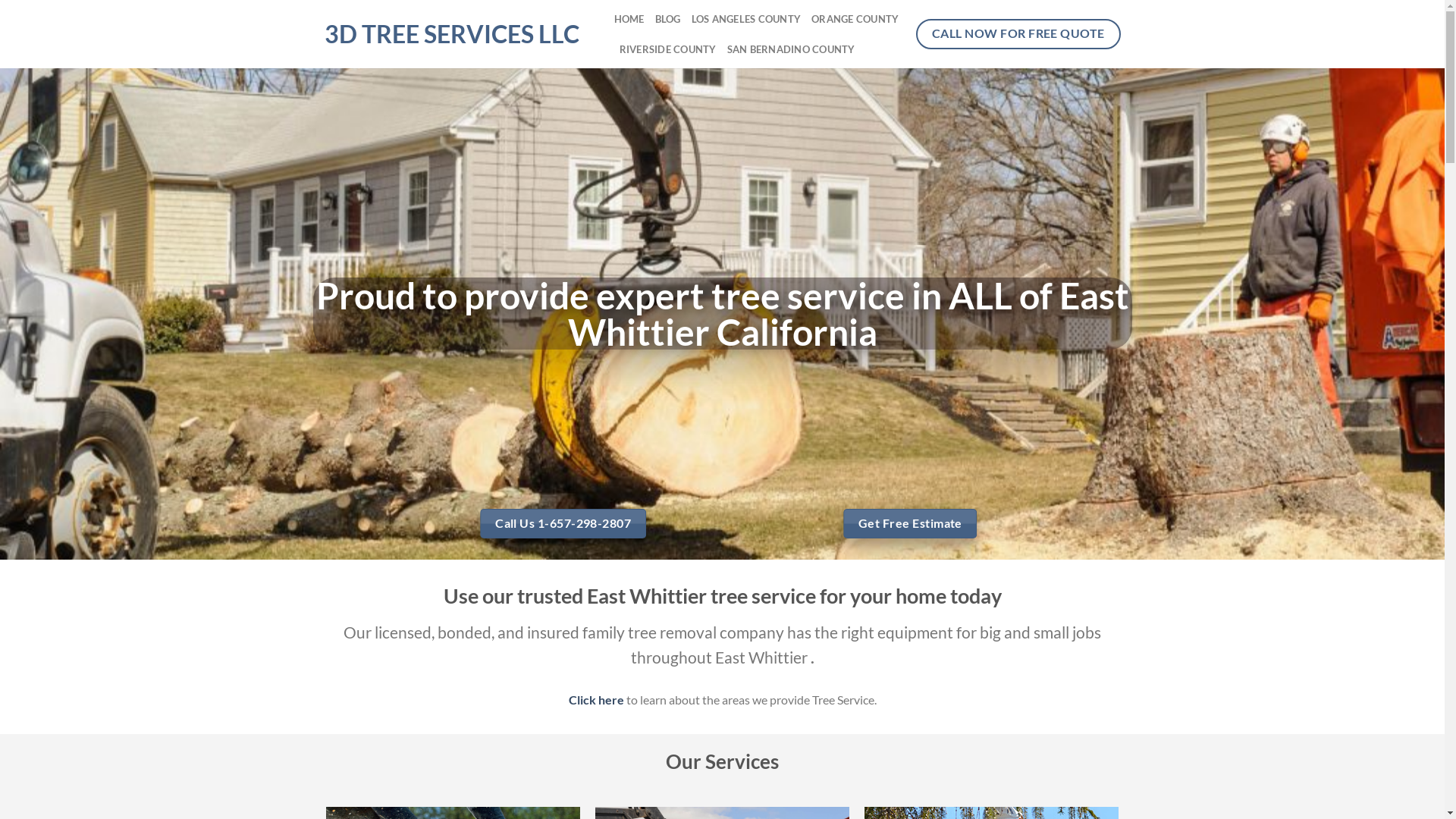  What do you see at coordinates (1018, 33) in the screenshot?
I see `'CALL NOW FOR FREE QUOTE'` at bounding box center [1018, 33].